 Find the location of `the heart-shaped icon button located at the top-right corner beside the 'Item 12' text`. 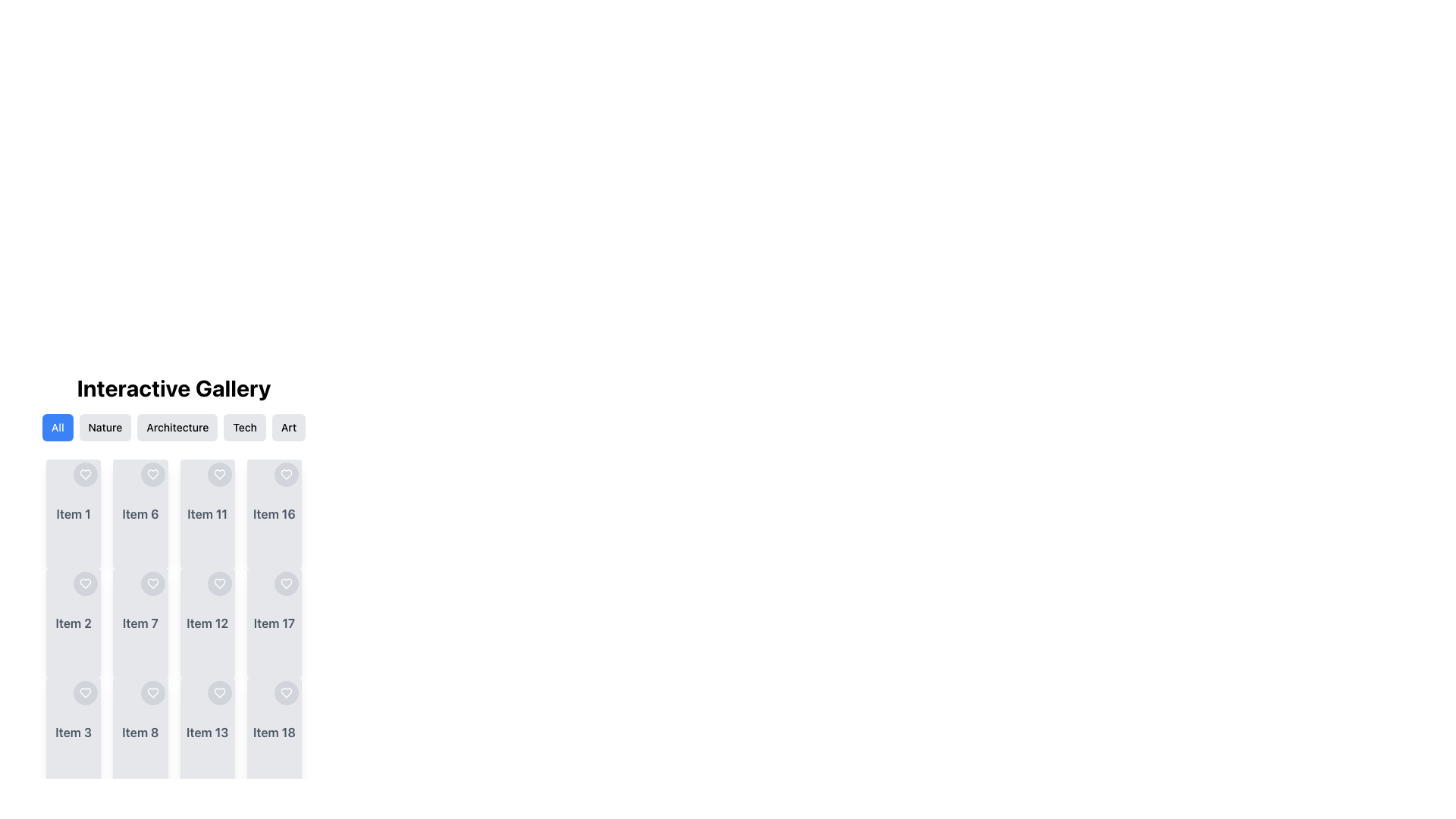

the heart-shaped icon button located at the top-right corner beside the 'Item 12' text is located at coordinates (218, 583).